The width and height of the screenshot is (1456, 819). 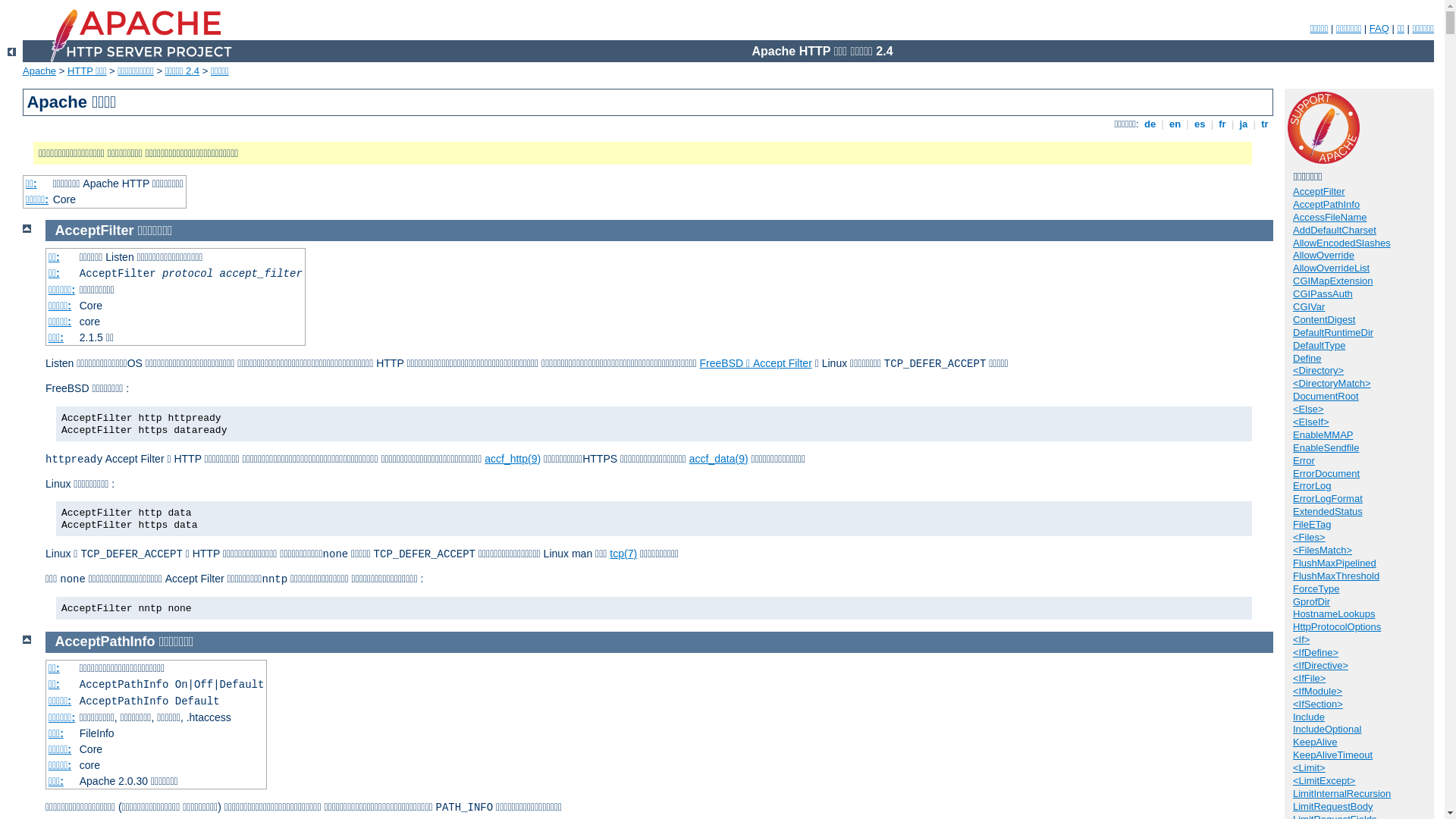 What do you see at coordinates (1332, 281) in the screenshot?
I see `'CGIMapExtension'` at bounding box center [1332, 281].